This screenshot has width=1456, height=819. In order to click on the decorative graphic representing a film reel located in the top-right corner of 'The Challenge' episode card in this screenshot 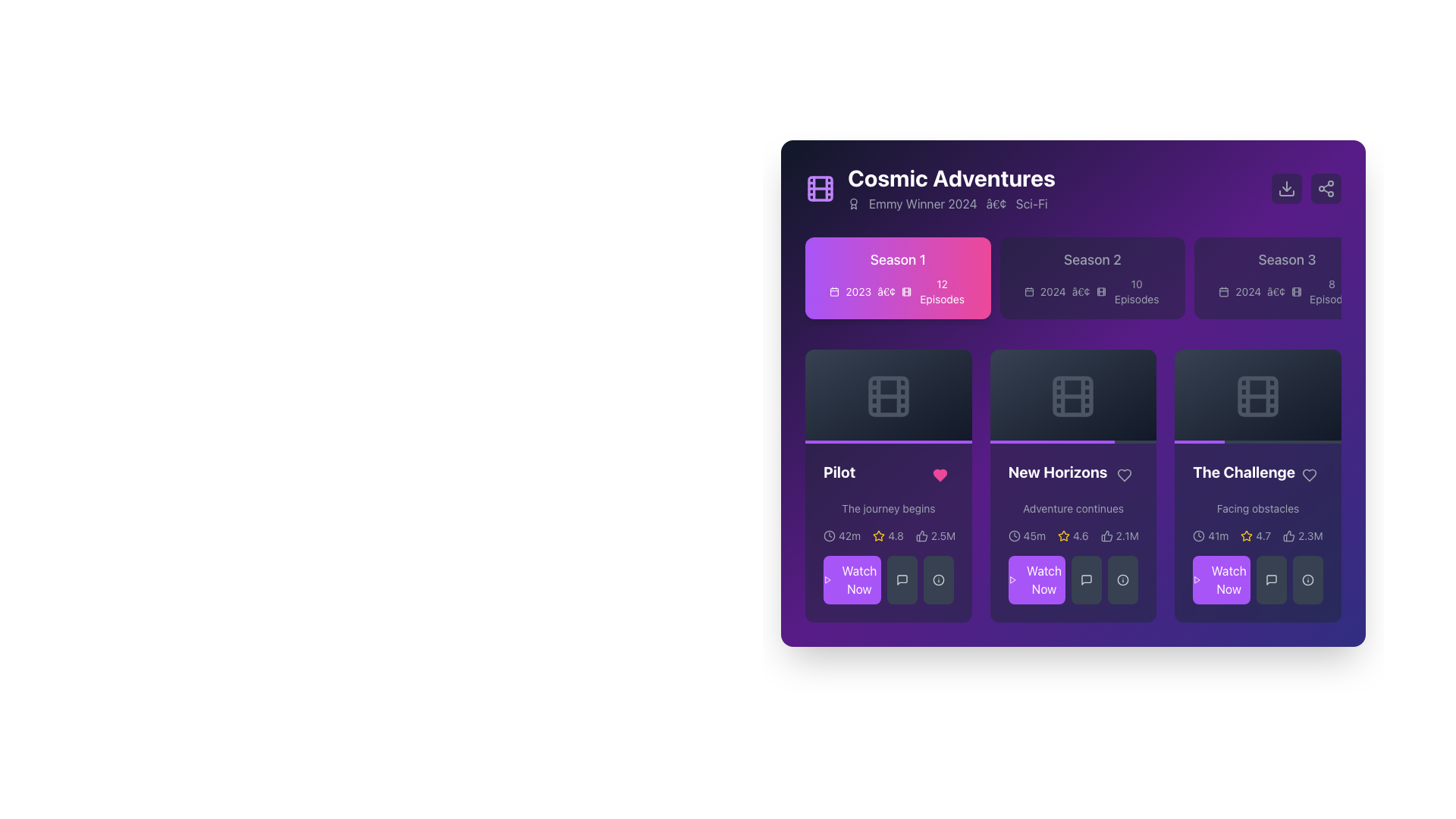, I will do `click(1258, 395)`.